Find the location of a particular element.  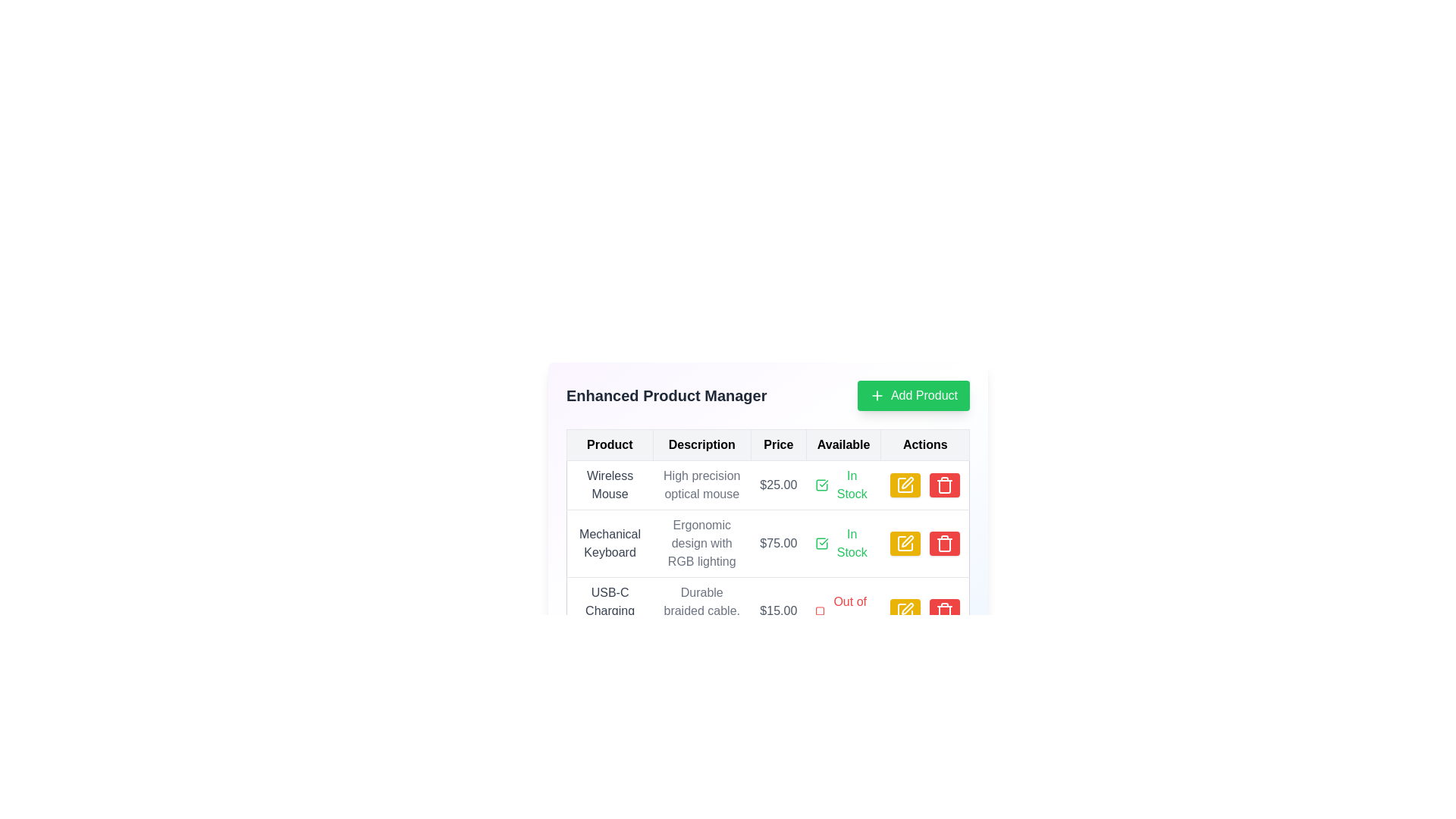

information from the product list item, which is the third entry displaying details about the product, including name, description, price, and availability is located at coordinates (767, 610).